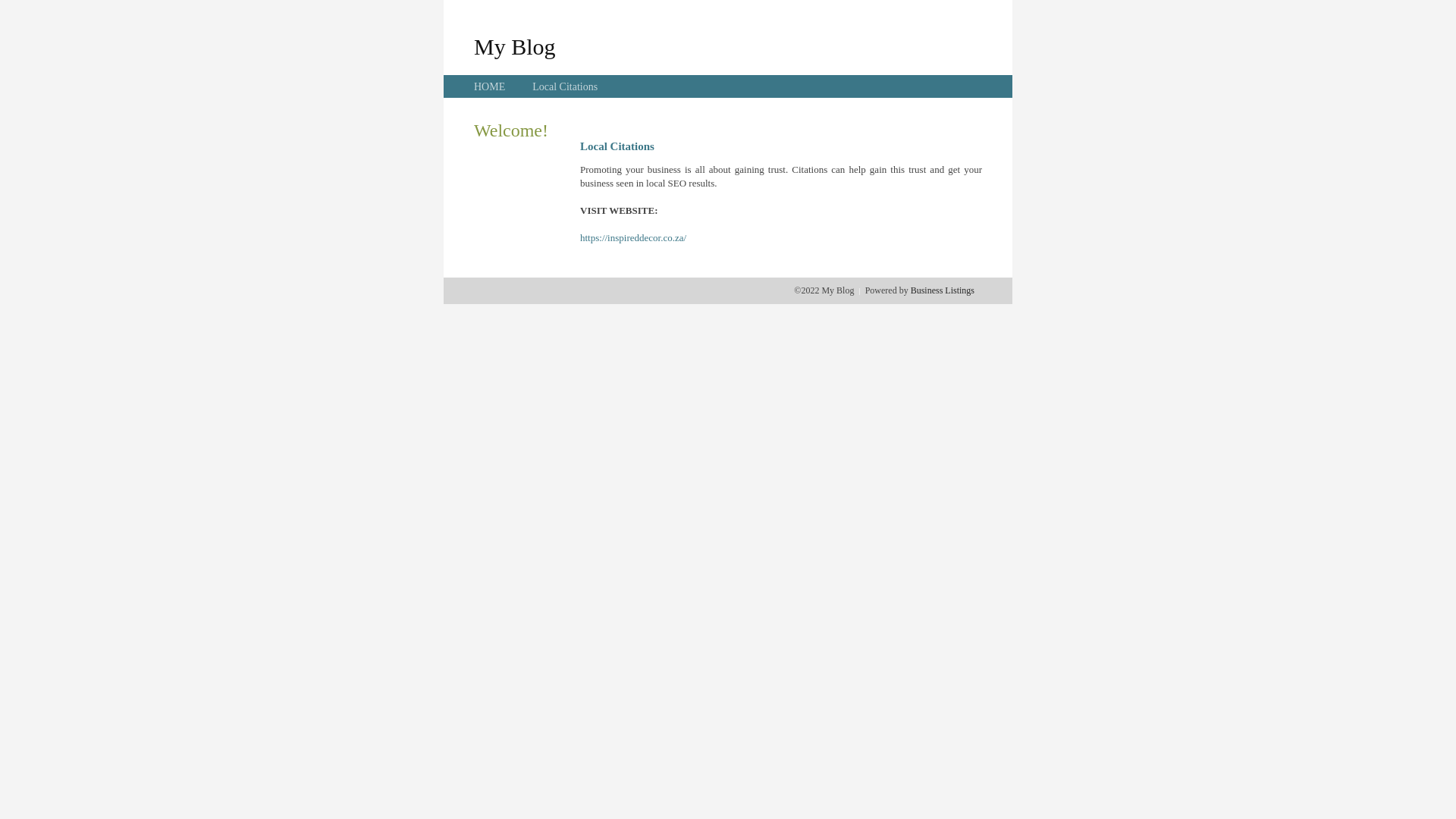 The width and height of the screenshot is (1456, 819). What do you see at coordinates (633, 237) in the screenshot?
I see `'https://inspireddecor.co.za/'` at bounding box center [633, 237].